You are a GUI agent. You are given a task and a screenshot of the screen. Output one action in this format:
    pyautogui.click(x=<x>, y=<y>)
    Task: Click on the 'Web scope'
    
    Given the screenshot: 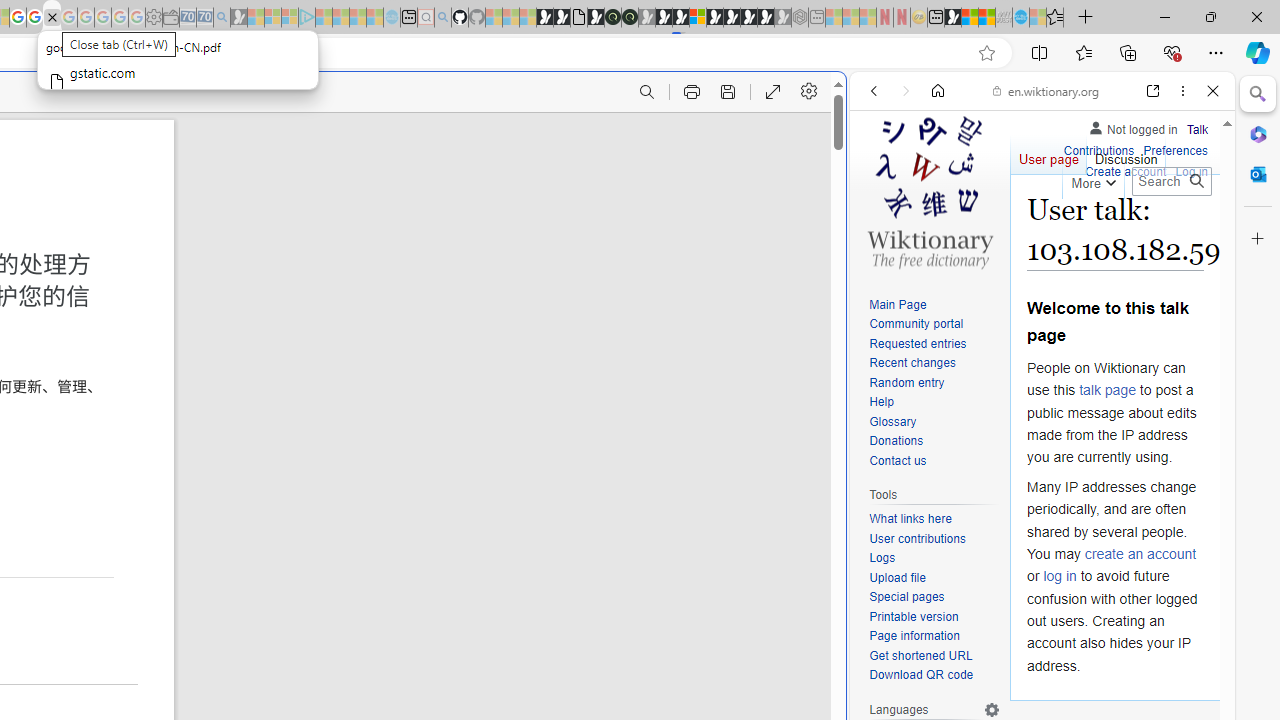 What is the action you would take?
    pyautogui.click(x=881, y=180)
    